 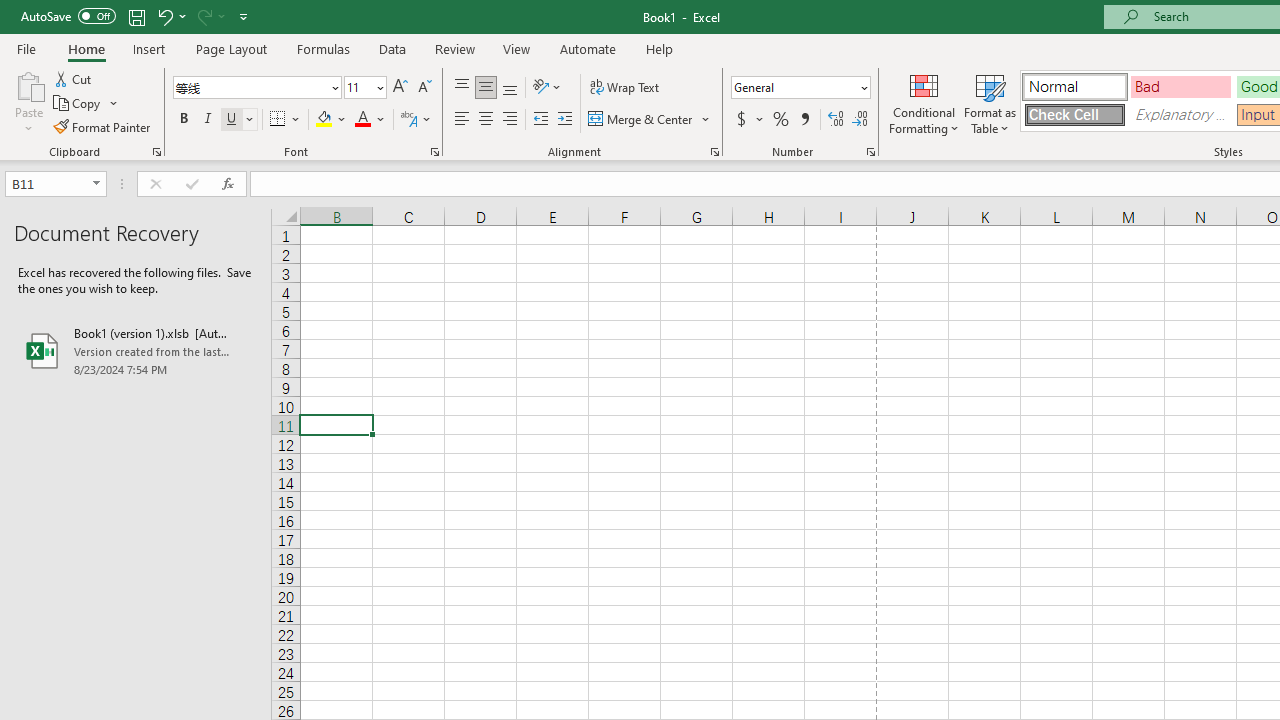 What do you see at coordinates (510, 86) in the screenshot?
I see `'Bottom Align'` at bounding box center [510, 86].